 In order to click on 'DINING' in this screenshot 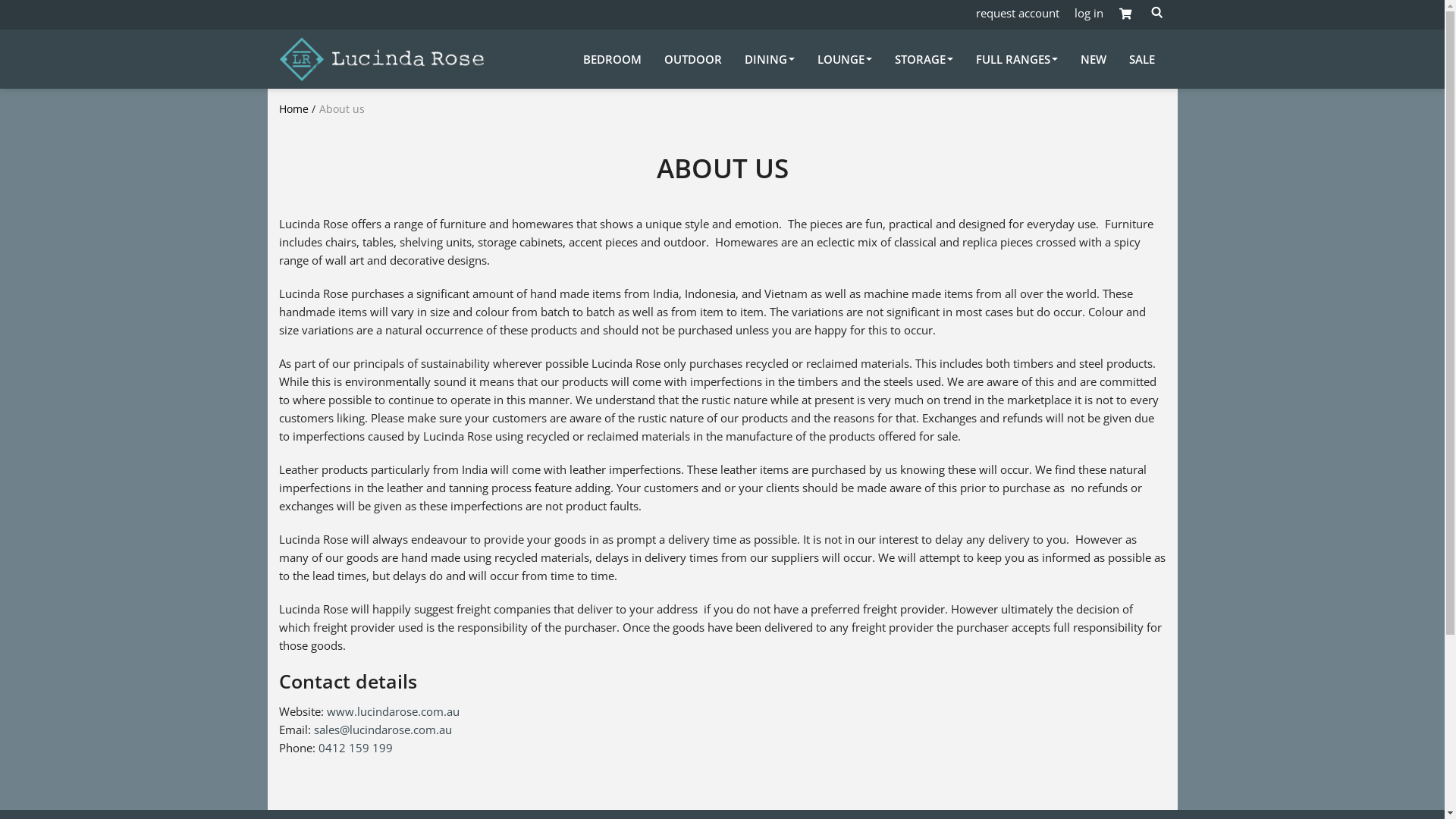, I will do `click(769, 58)`.